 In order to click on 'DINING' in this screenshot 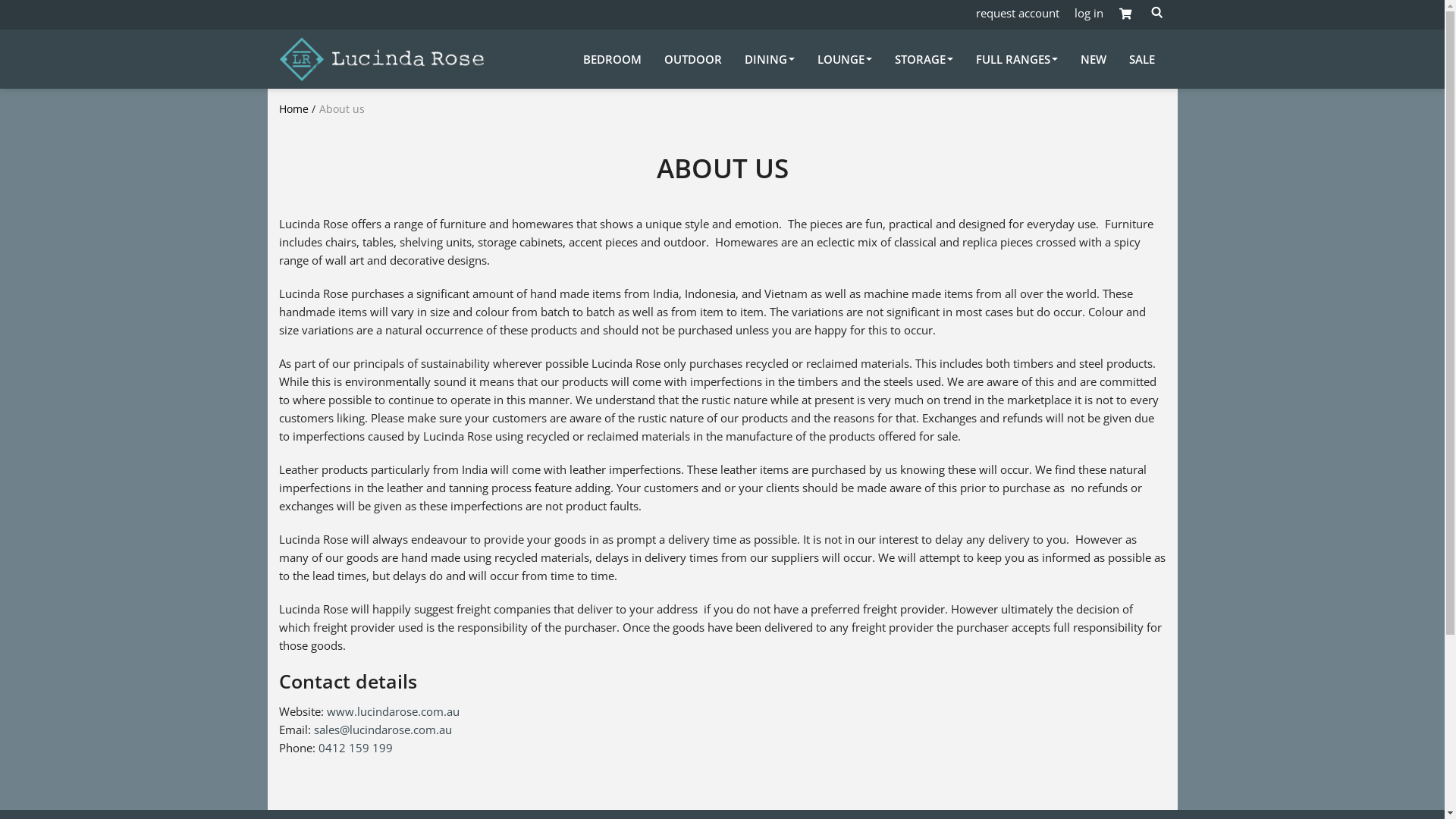, I will do `click(769, 58)`.